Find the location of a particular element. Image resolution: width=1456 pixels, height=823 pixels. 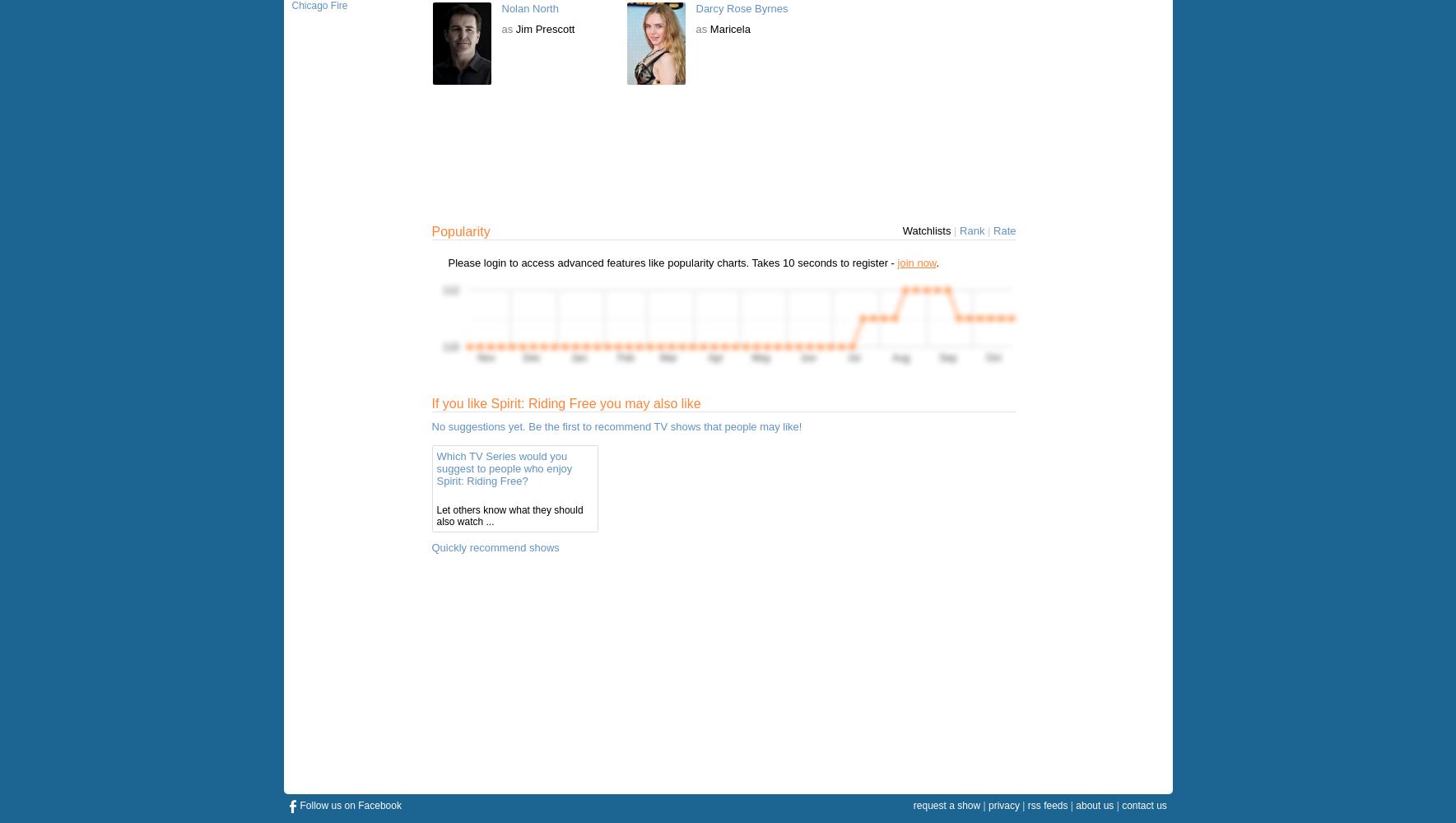

'Aug' is located at coordinates (899, 357).